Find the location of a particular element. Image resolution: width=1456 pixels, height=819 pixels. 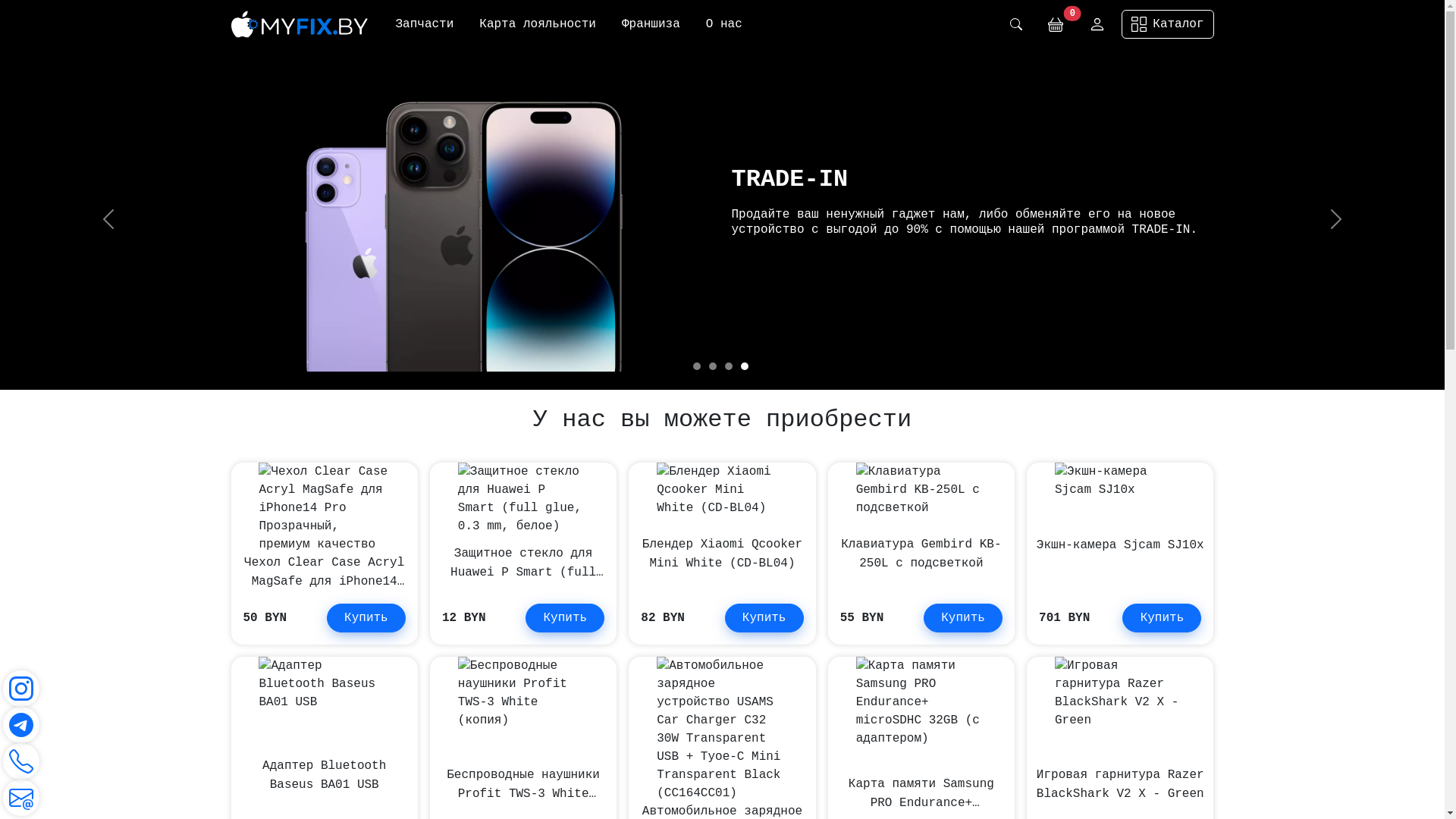

'Next' is located at coordinates (1335, 219).